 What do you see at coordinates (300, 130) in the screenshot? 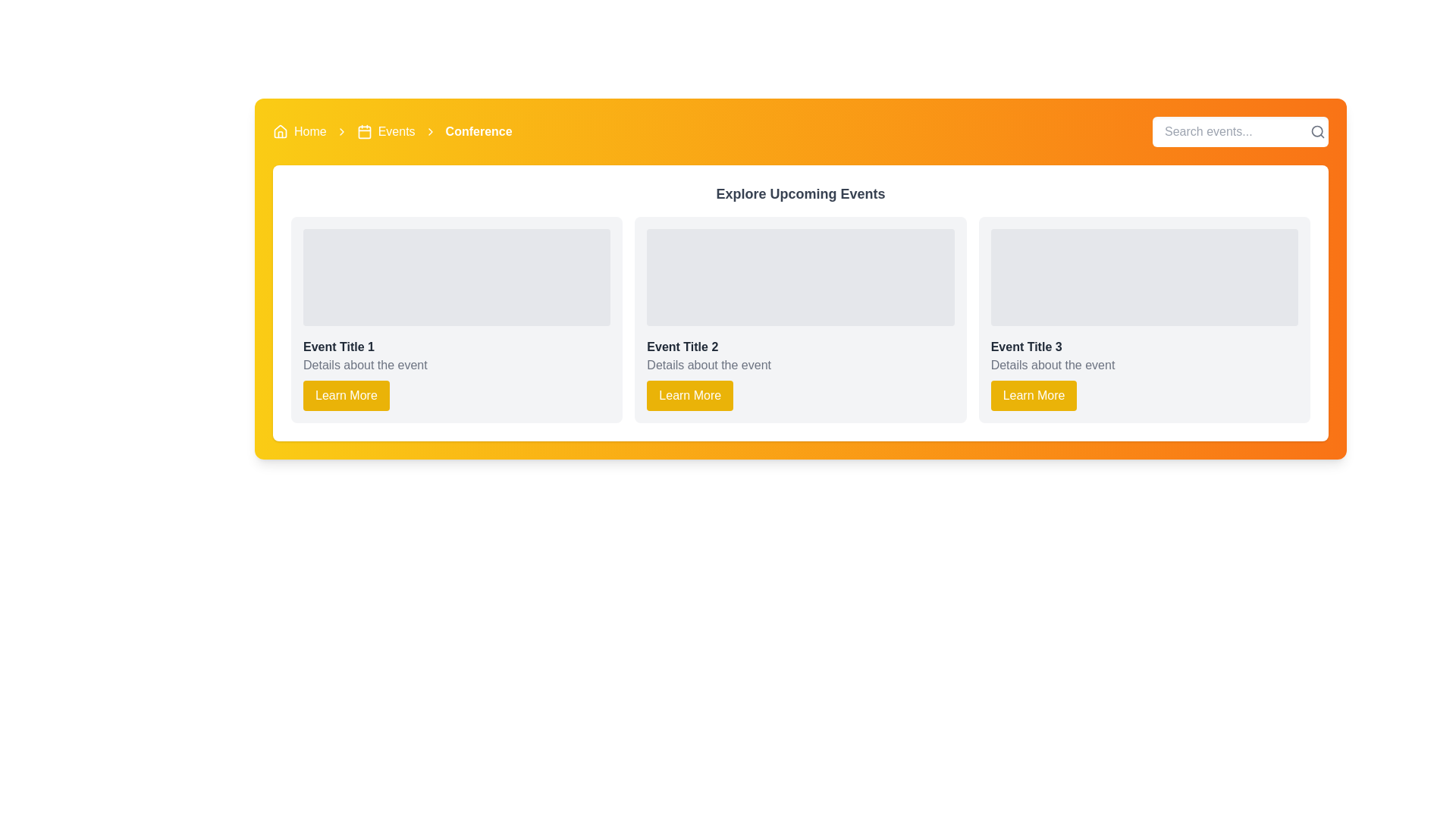
I see `the 'Home' breadcrumb link with a house icon in white font on a yellow background` at bounding box center [300, 130].